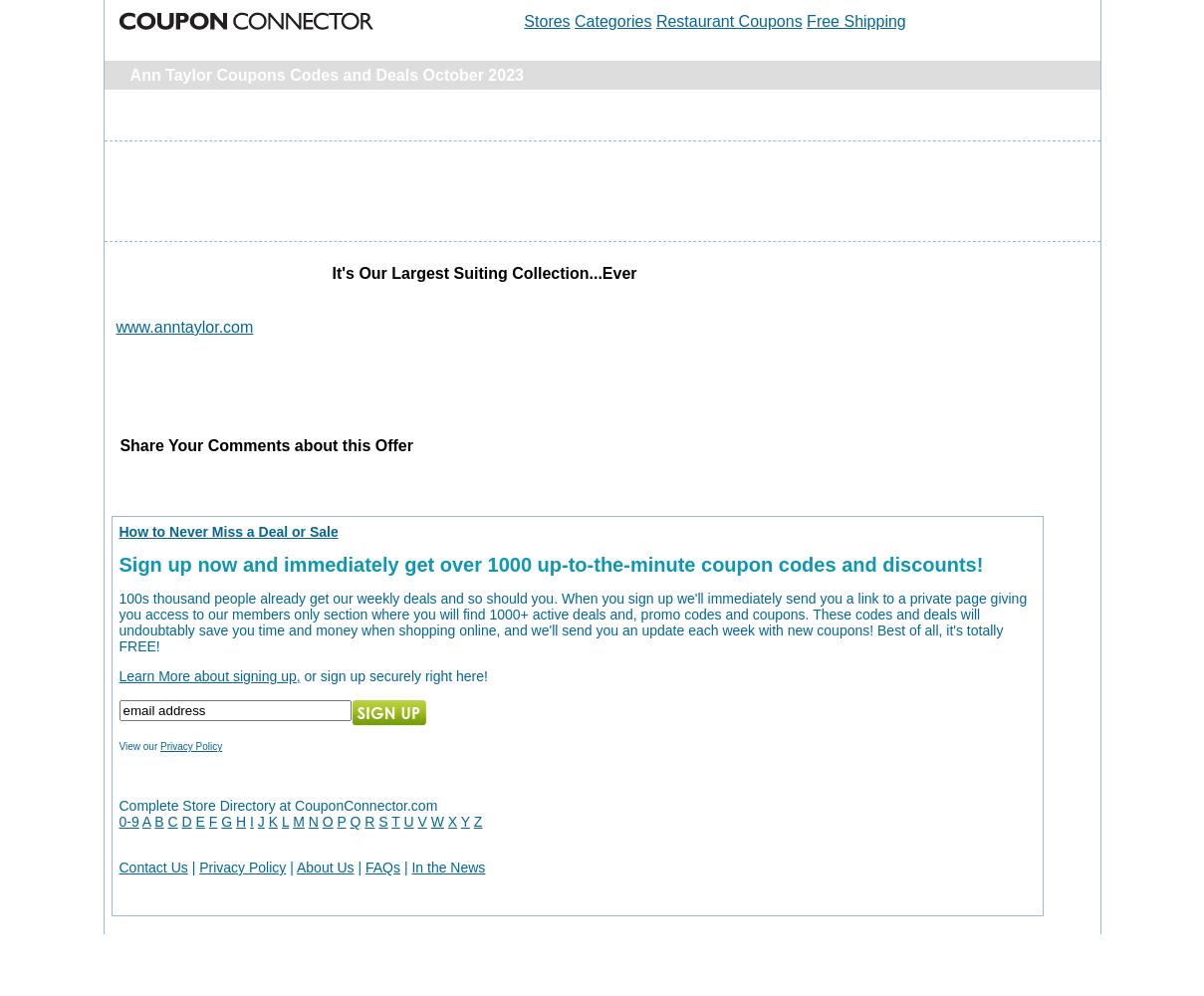 This screenshot has width=1204, height=996. What do you see at coordinates (323, 867) in the screenshot?
I see `'About Us'` at bounding box center [323, 867].